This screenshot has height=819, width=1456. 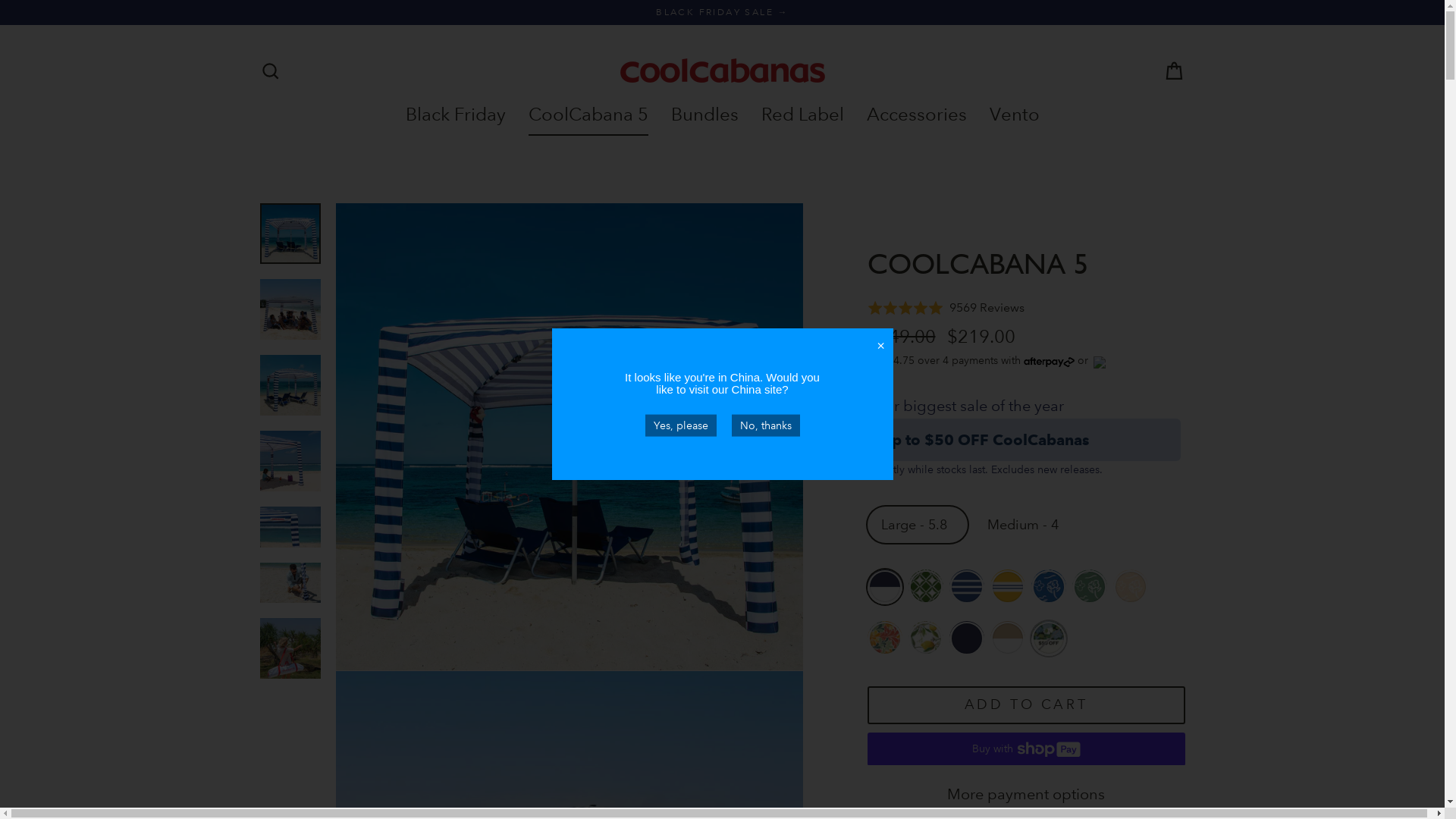 I want to click on 'Accessories', so click(x=916, y=113).